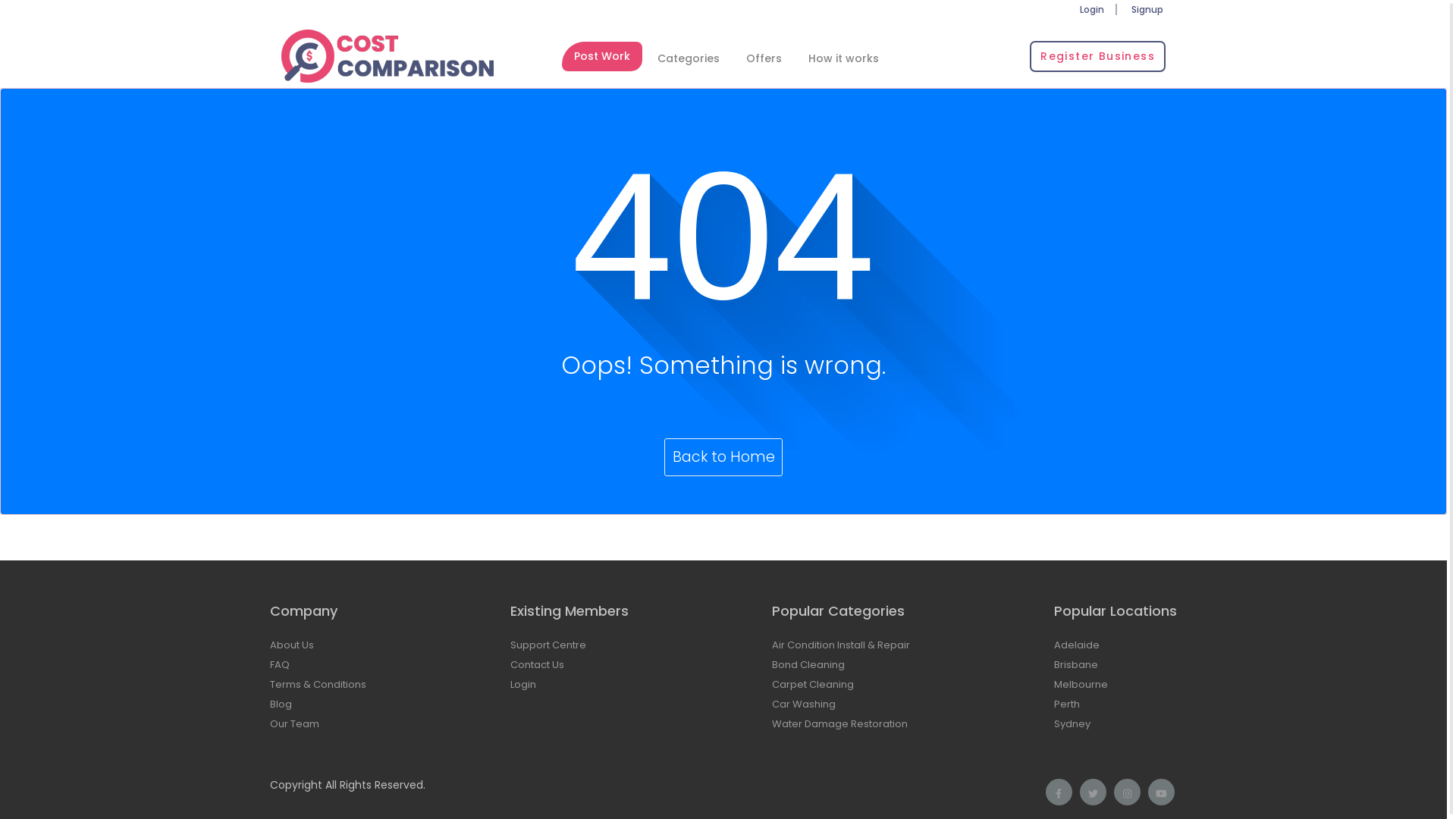 The image size is (1456, 819). I want to click on 'Login', so click(523, 684).